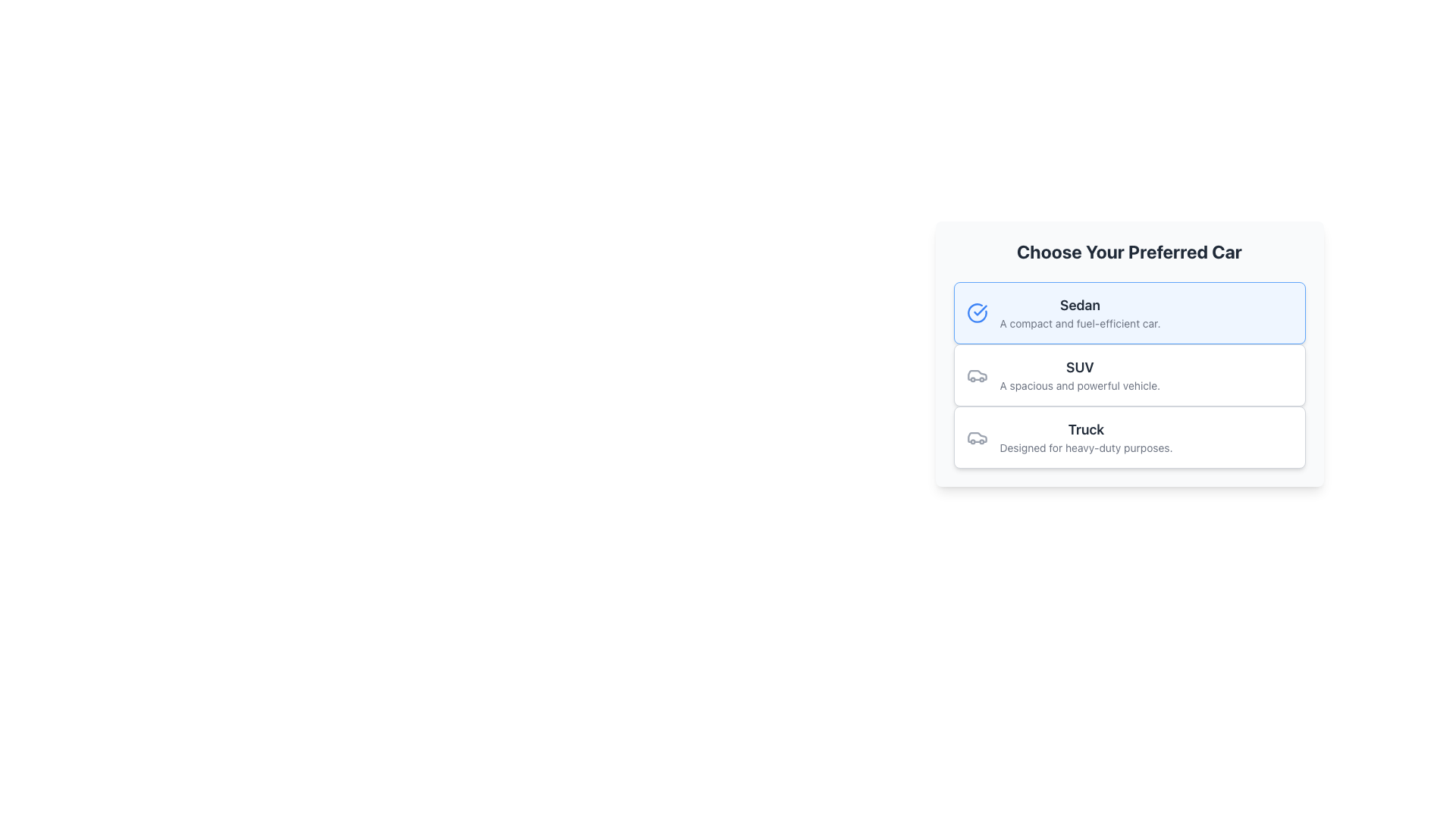  What do you see at coordinates (977, 438) in the screenshot?
I see `the car icon located within the card labeled 'Truck Designed for heavy-duty purposes,' positioned to the left of the text content` at bounding box center [977, 438].